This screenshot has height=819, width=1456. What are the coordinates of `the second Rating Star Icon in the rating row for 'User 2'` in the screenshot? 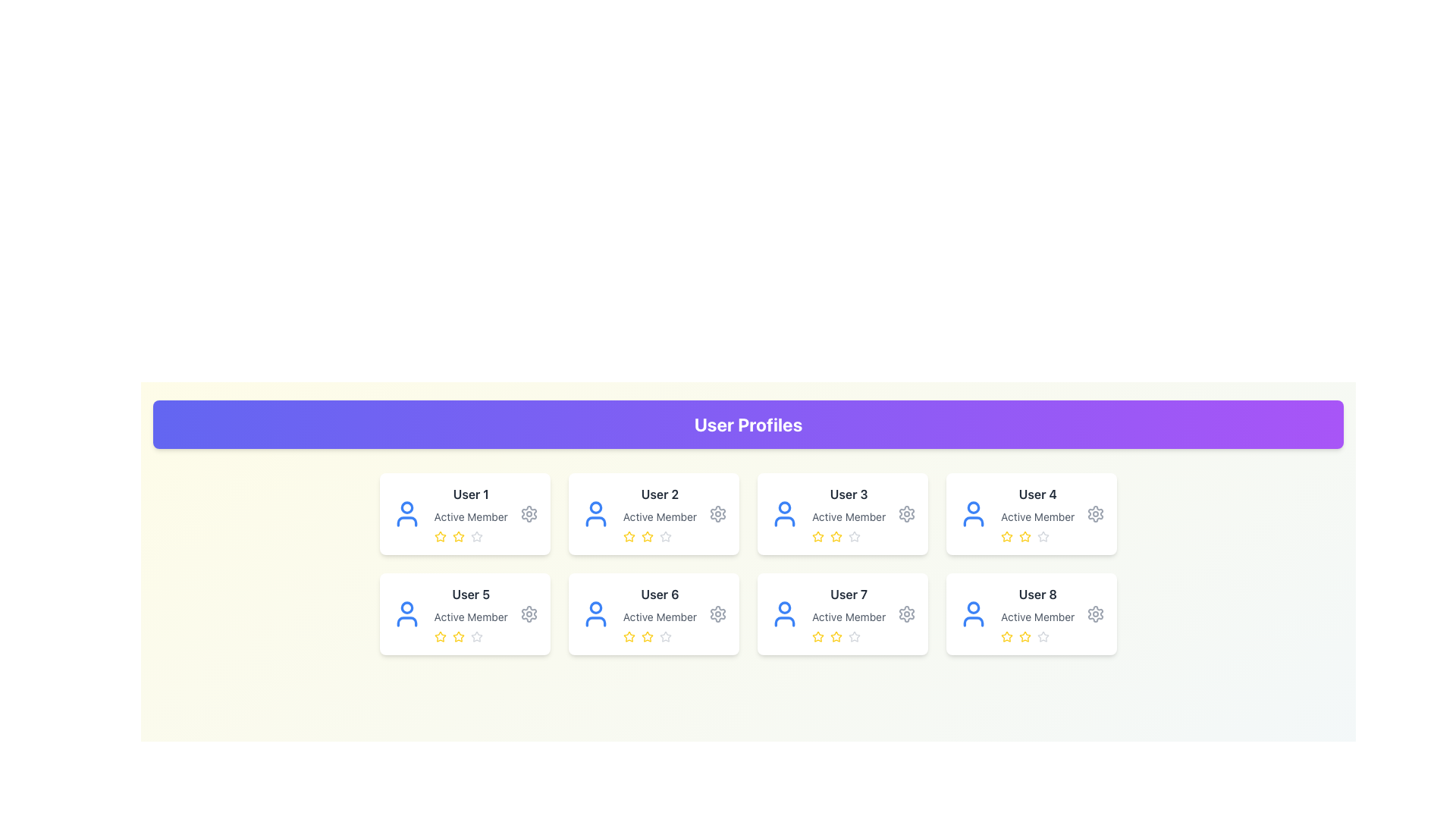 It's located at (629, 535).